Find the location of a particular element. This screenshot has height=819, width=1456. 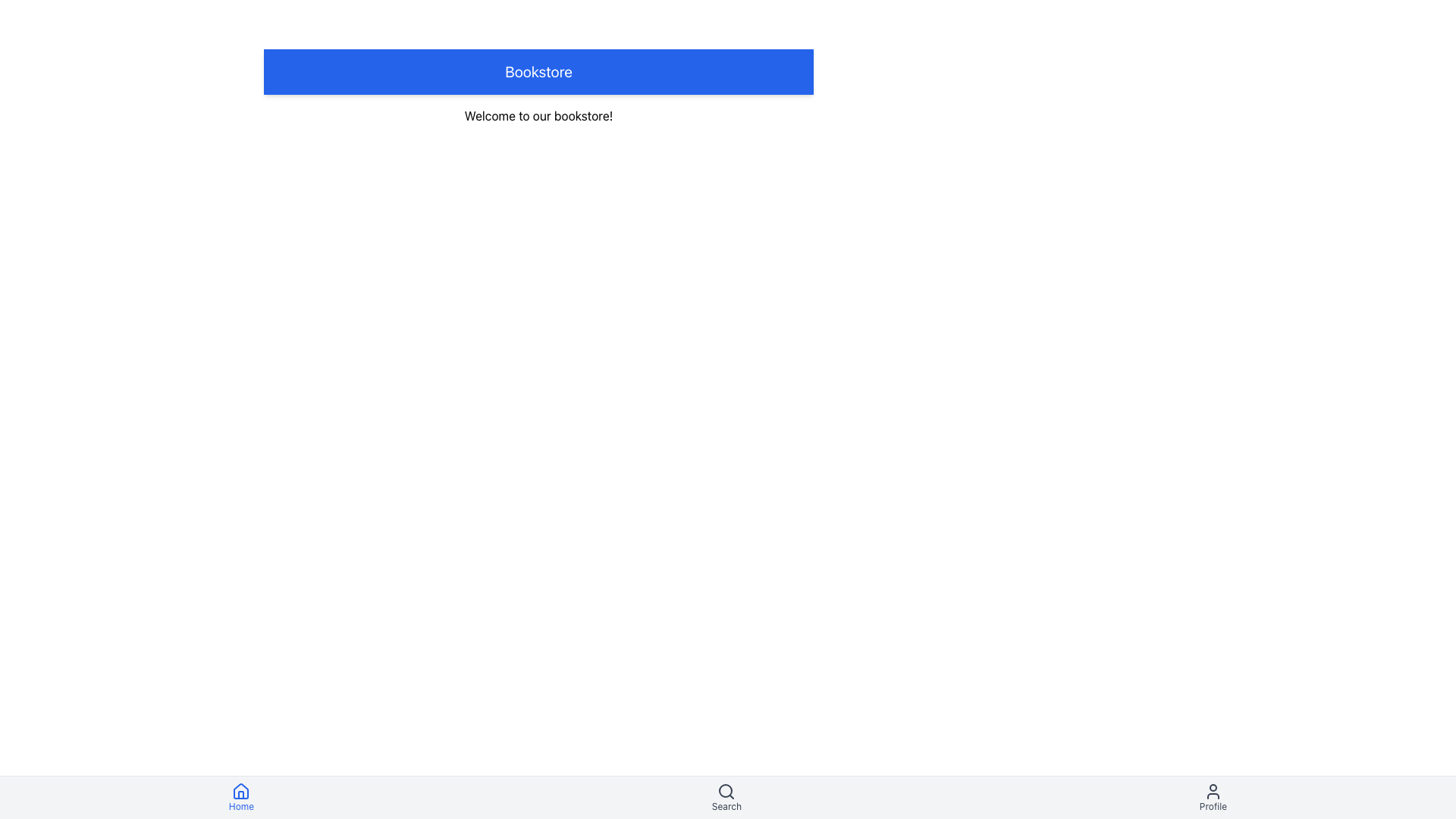

the house icon in the bottom navigation bar for visual feedback is located at coordinates (240, 790).